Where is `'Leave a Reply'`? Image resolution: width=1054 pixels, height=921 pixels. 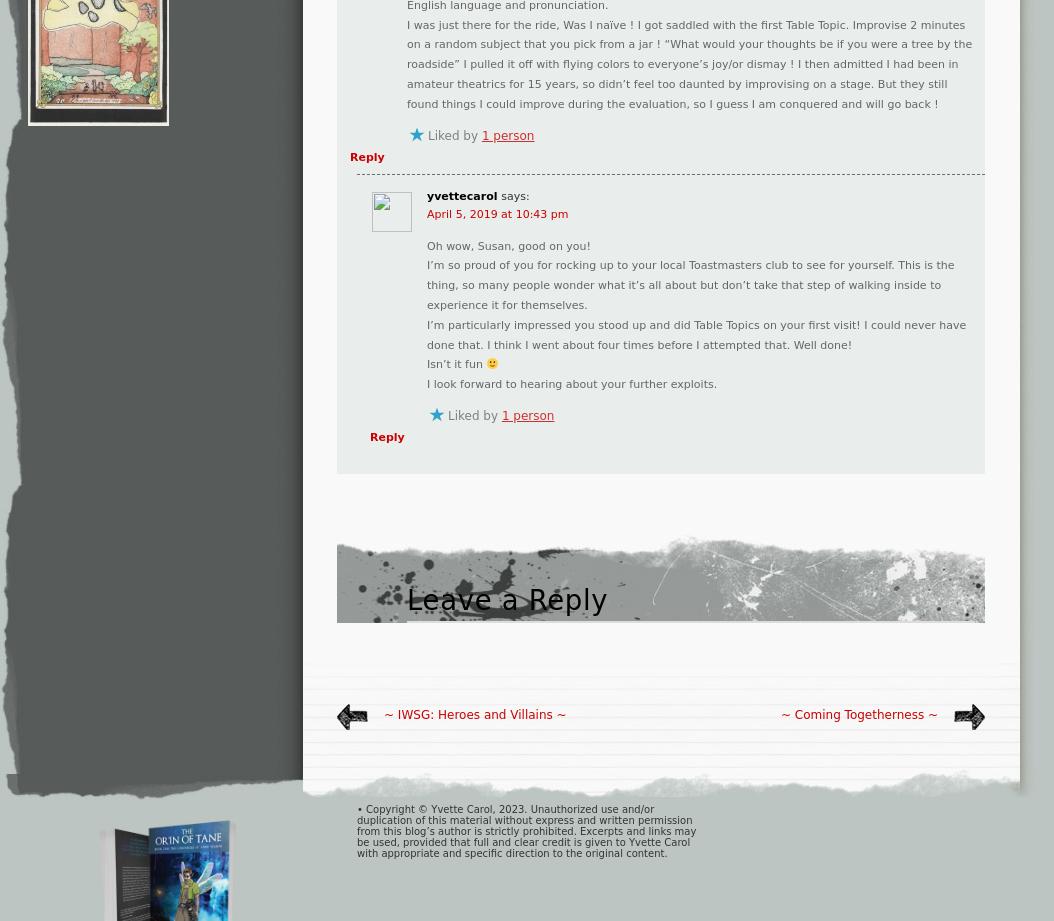 'Leave a Reply' is located at coordinates (506, 598).